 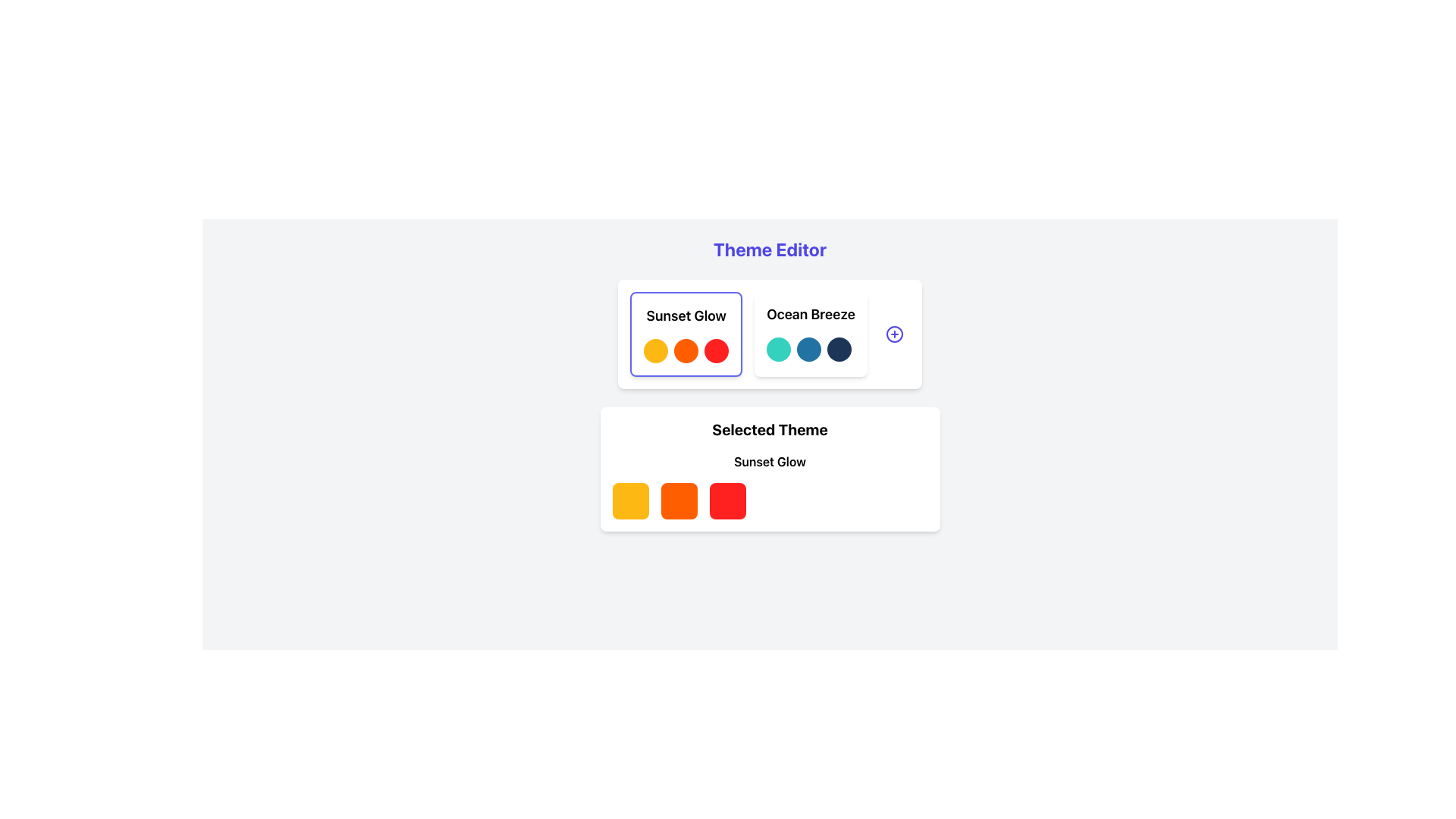 What do you see at coordinates (839, 350) in the screenshot?
I see `the right-most circular icon representing a color choice option in the 'Ocean Breeze' section of the theme editor interface` at bounding box center [839, 350].